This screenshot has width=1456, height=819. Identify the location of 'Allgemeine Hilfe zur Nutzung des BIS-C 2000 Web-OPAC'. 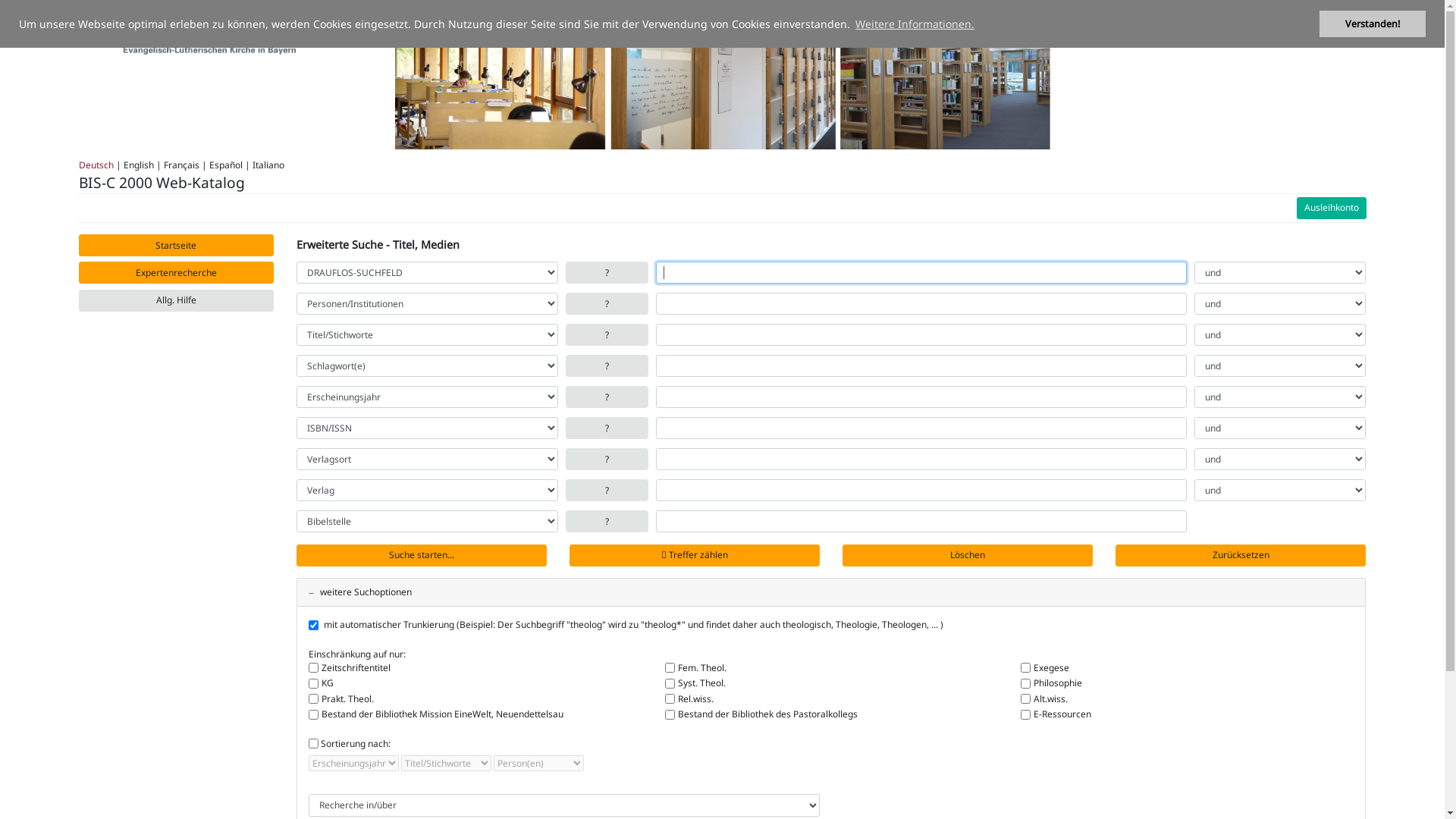
(177, 300).